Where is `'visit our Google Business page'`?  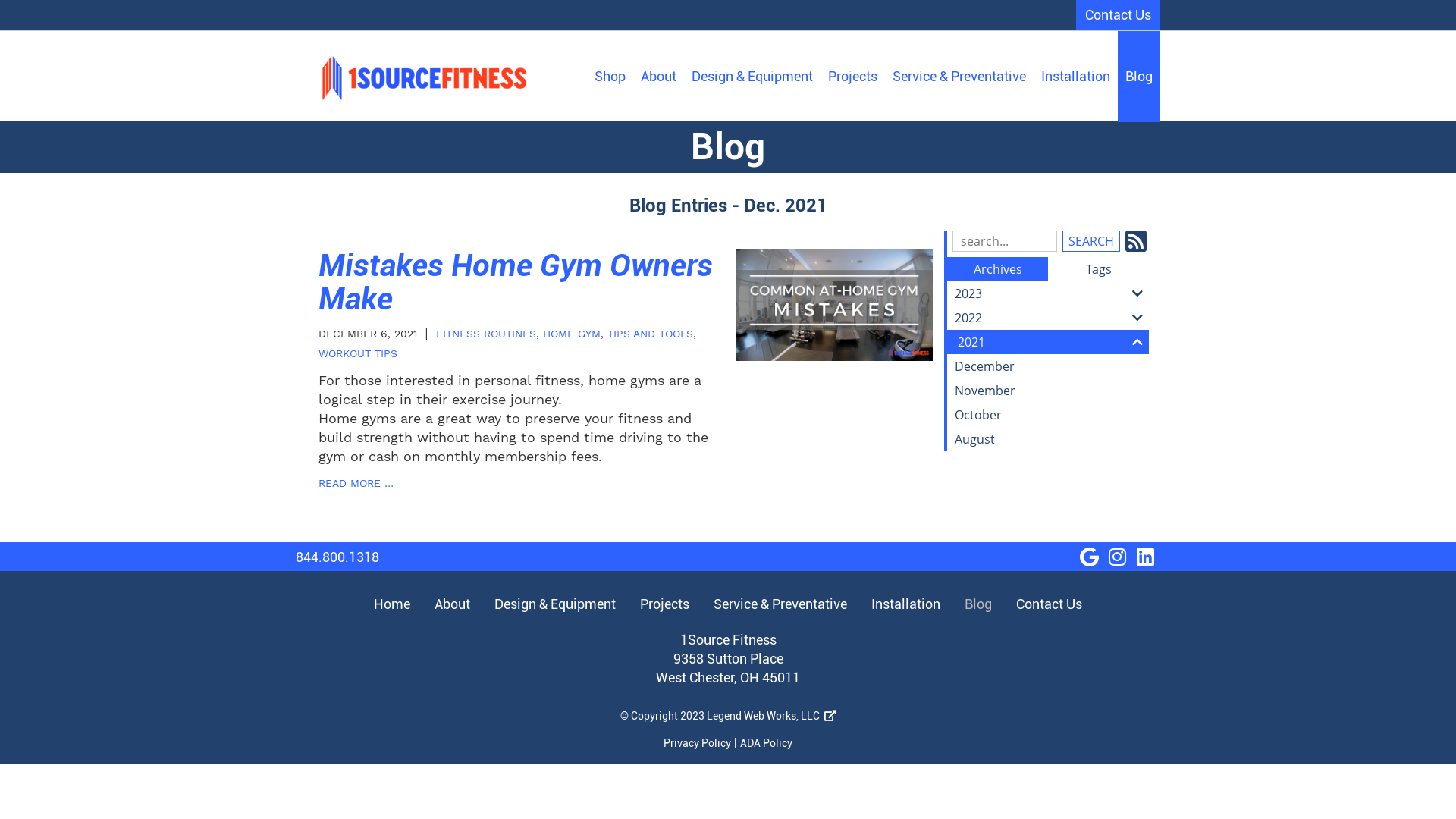 'visit our Google Business page' is located at coordinates (1087, 556).